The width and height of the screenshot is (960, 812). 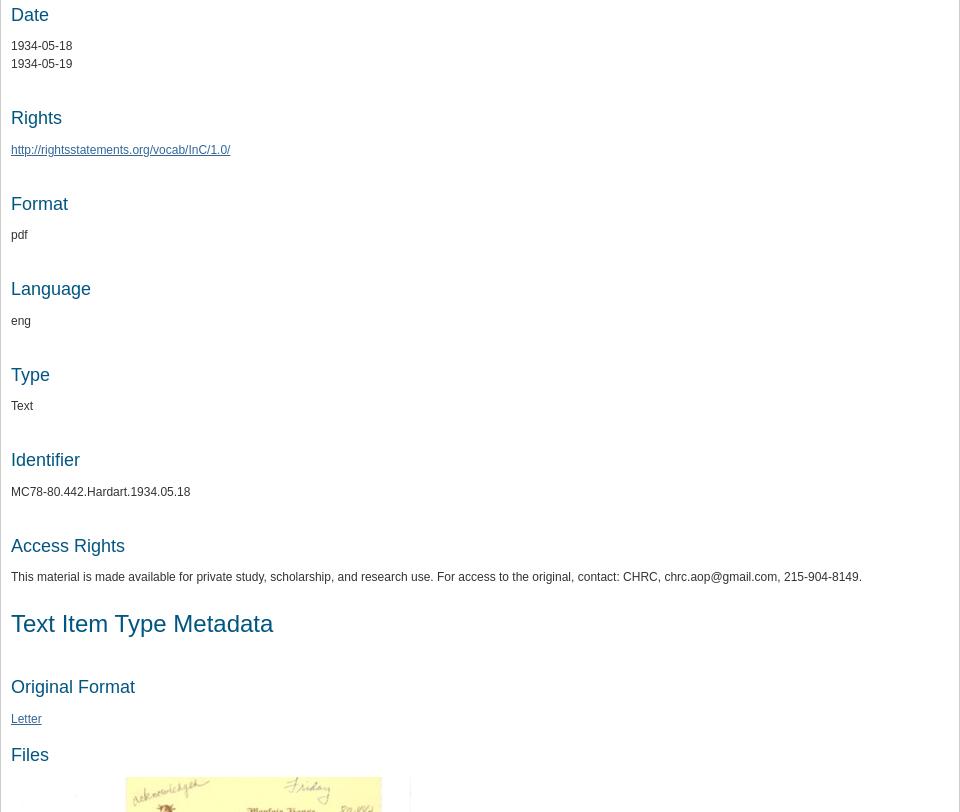 I want to click on 'http://rightsstatements.org/vocab/InC/1.0/', so click(x=10, y=149).